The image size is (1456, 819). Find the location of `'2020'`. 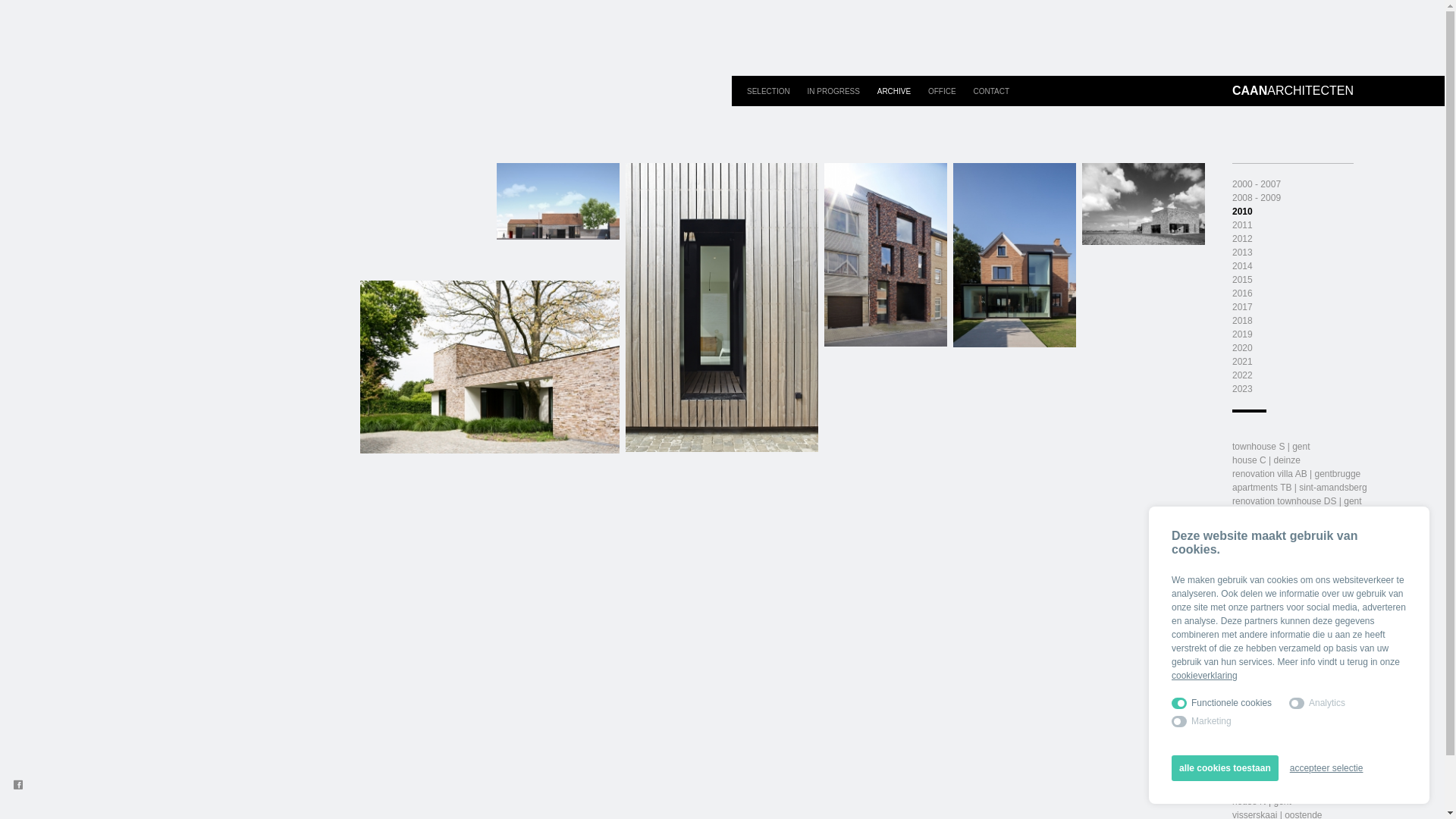

'2020' is located at coordinates (1242, 348).